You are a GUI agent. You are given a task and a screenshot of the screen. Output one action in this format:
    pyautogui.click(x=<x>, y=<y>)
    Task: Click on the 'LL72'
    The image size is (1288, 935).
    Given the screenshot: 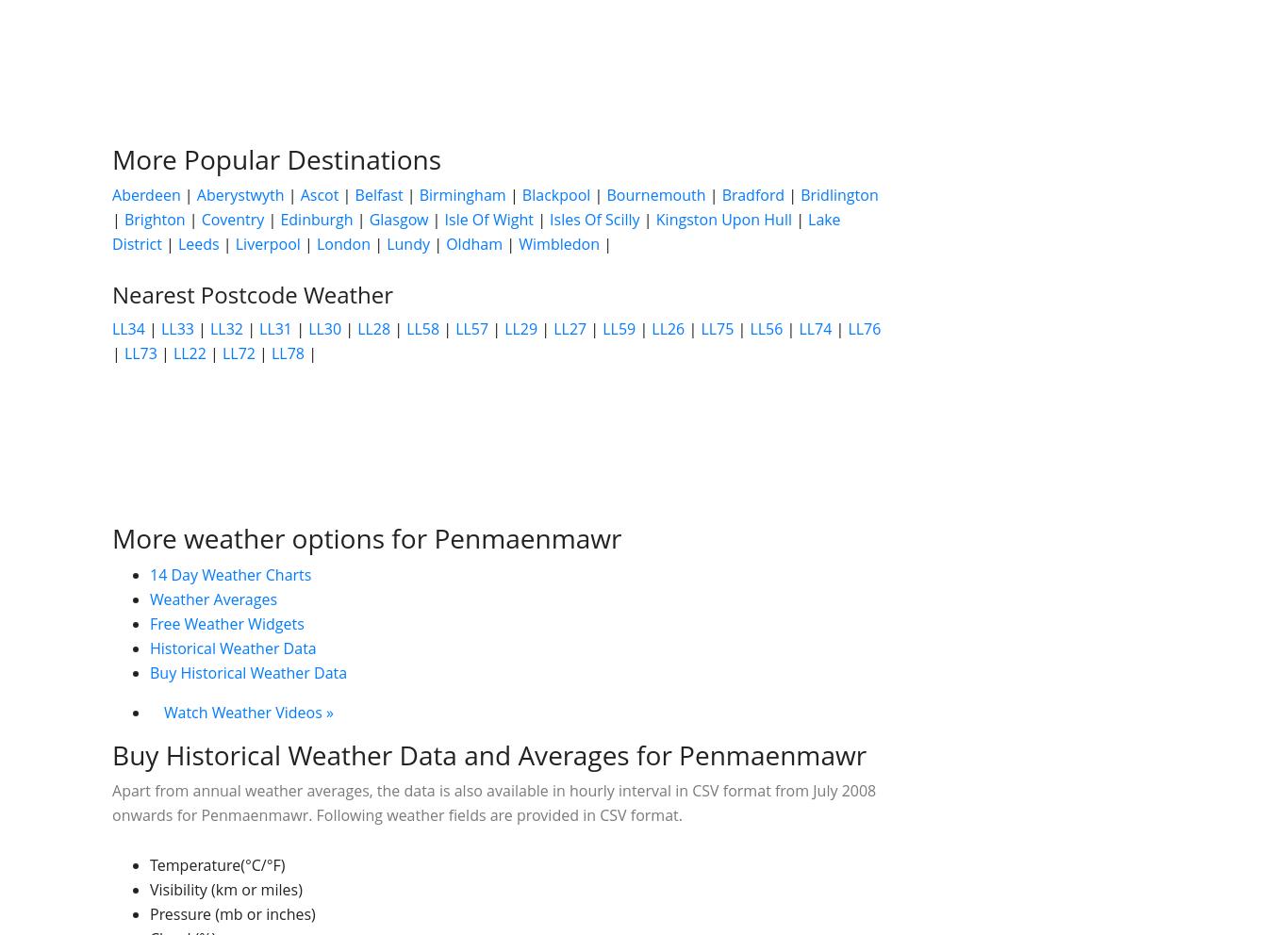 What is the action you would take?
    pyautogui.click(x=238, y=353)
    